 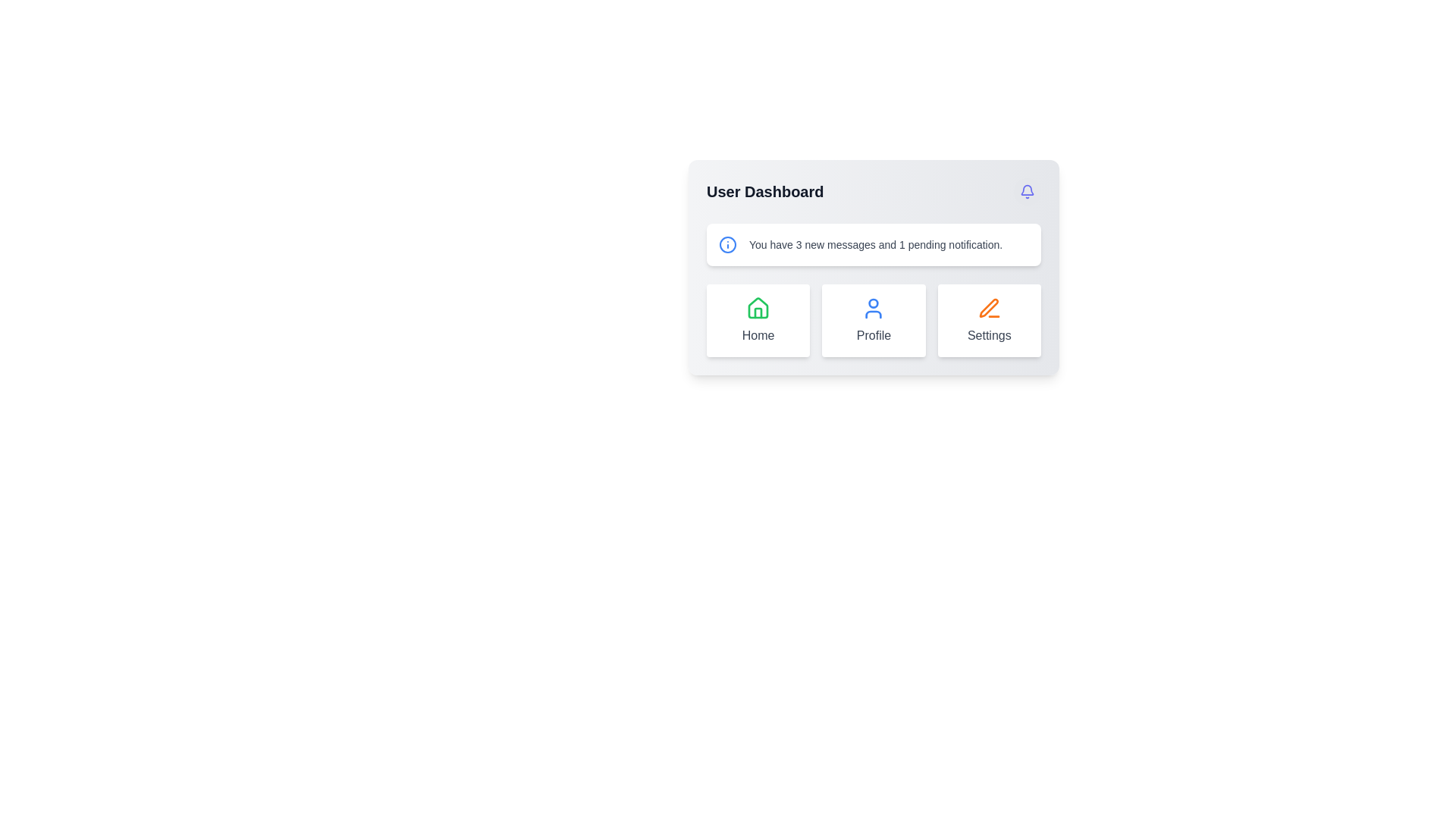 I want to click on the 'Profile' tile, which is the second tile in the grid section of the 'User Dashboard', featuring a blue icon and label, so click(x=874, y=320).